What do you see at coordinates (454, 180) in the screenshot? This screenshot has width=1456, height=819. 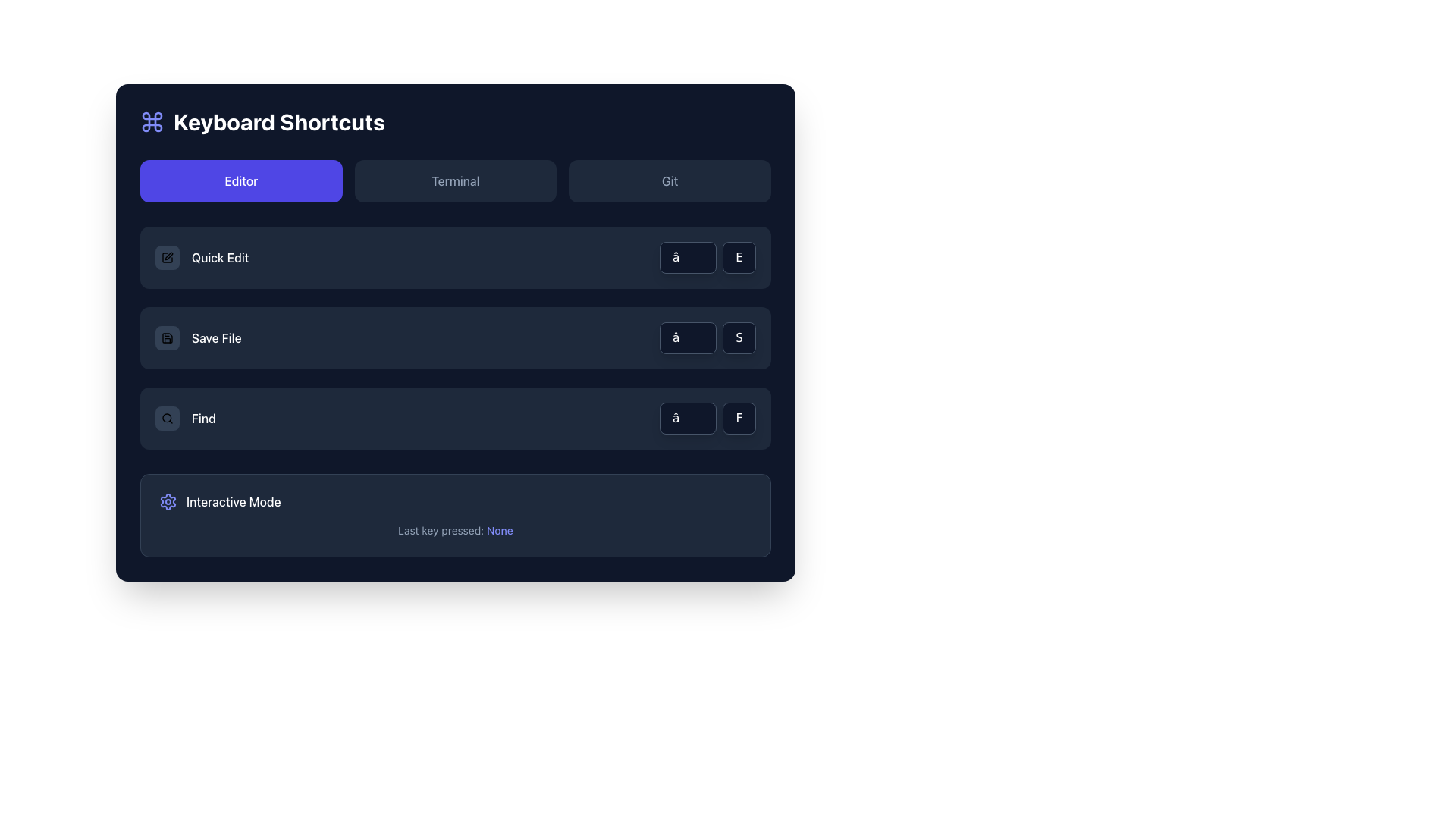 I see `the button located between the 'Editor' and 'Git' buttons under the 'Keyboard Shortcuts' header` at bounding box center [454, 180].